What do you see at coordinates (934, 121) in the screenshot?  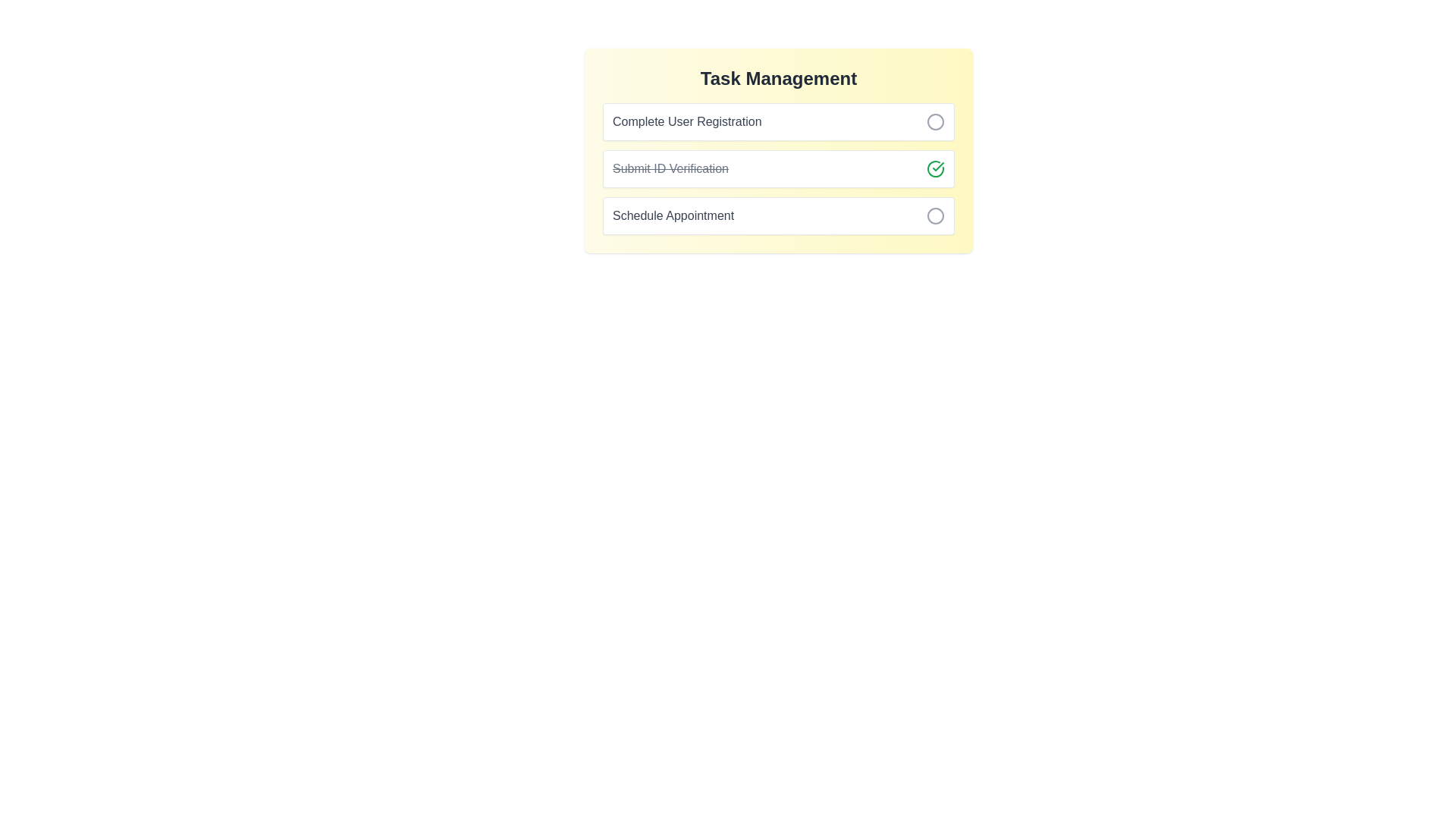 I see `the SVG circle graphic that indicates the status of 'Complete User Registration', positioned at the right end of the first list item in the task management list` at bounding box center [934, 121].